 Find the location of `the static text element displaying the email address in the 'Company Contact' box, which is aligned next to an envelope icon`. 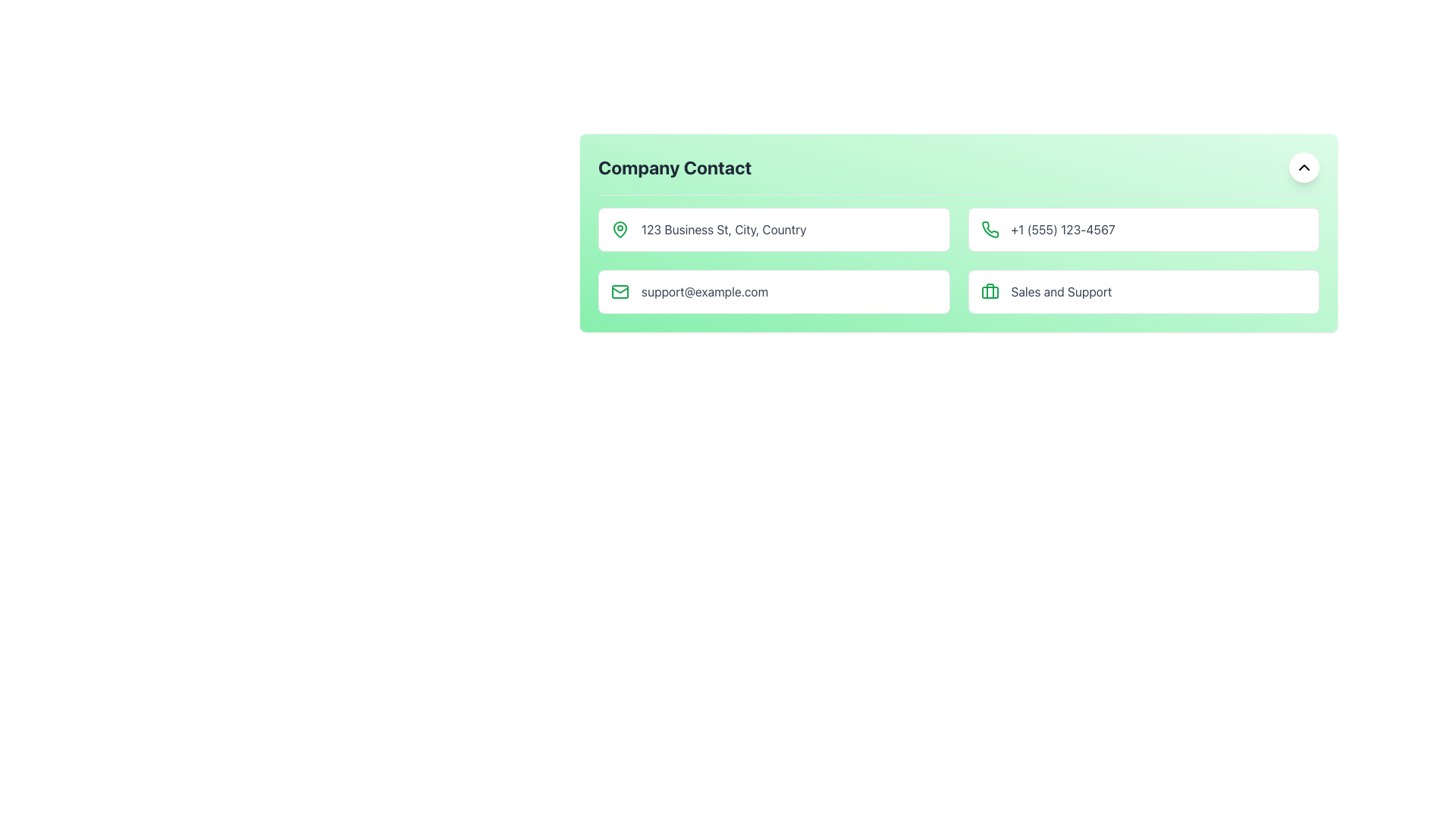

the static text element displaying the email address in the 'Company Contact' box, which is aligned next to an envelope icon is located at coordinates (704, 292).